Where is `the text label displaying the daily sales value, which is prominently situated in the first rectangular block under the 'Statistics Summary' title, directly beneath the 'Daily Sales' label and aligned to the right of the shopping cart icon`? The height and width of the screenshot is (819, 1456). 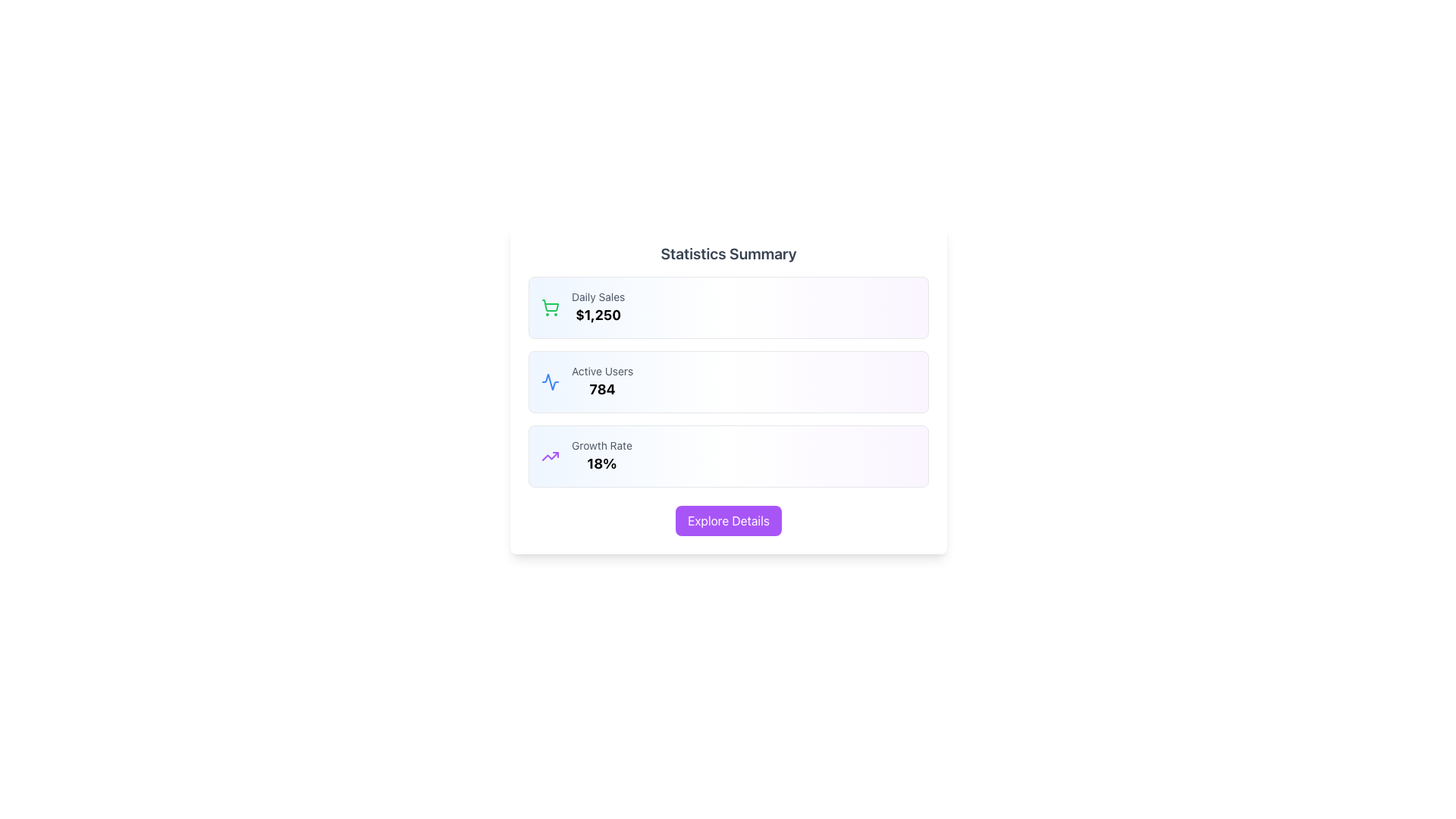 the text label displaying the daily sales value, which is prominently situated in the first rectangular block under the 'Statistics Summary' title, directly beneath the 'Daily Sales' label and aligned to the right of the shopping cart icon is located at coordinates (598, 315).